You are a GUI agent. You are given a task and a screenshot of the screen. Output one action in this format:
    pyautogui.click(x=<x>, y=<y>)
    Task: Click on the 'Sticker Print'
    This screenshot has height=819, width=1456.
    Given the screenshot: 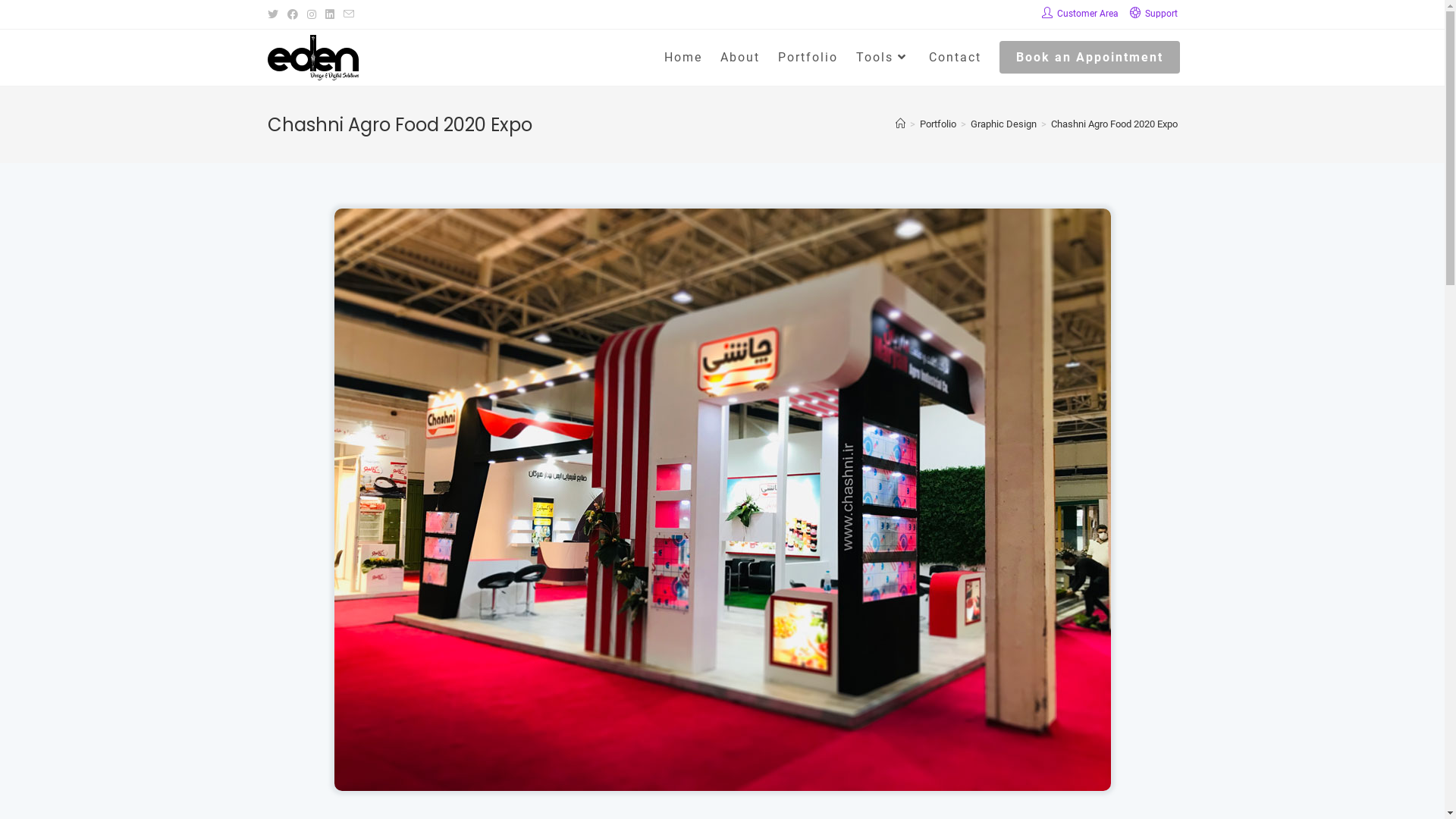 What is the action you would take?
    pyautogui.click(x=1062, y=587)
    